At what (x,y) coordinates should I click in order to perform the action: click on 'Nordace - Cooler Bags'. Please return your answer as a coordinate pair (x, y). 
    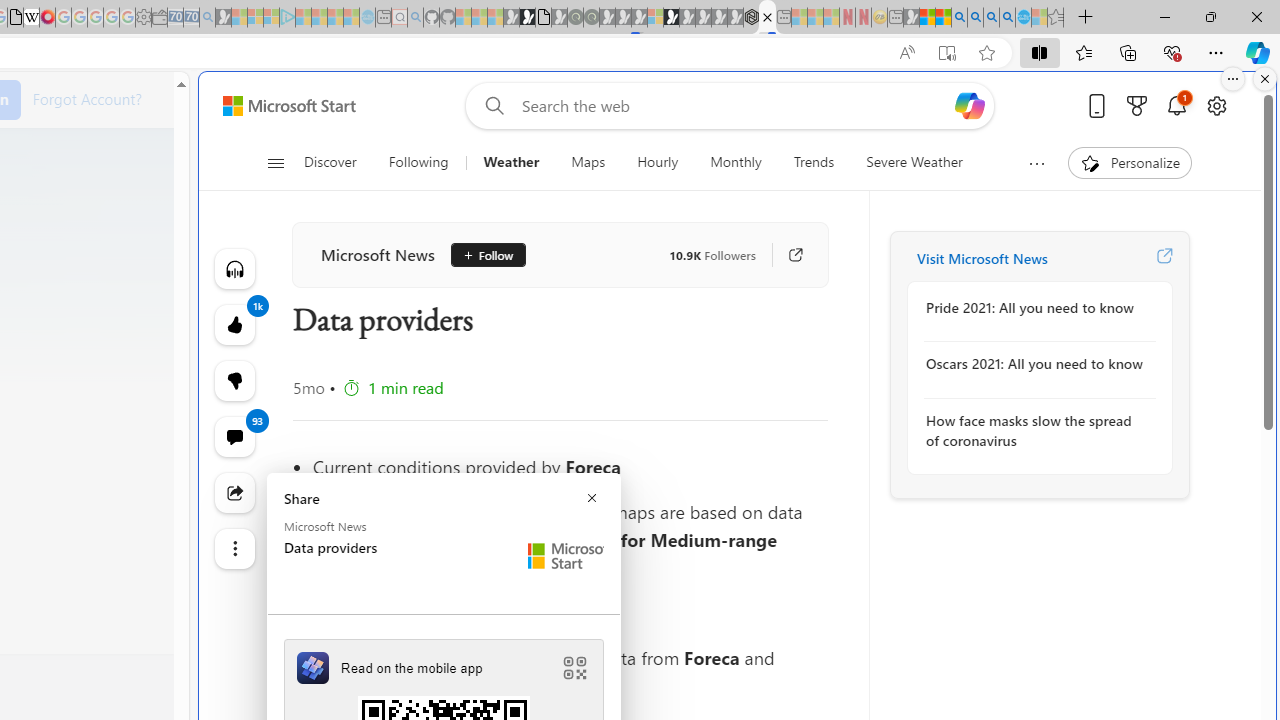
    Looking at the image, I should click on (750, 17).